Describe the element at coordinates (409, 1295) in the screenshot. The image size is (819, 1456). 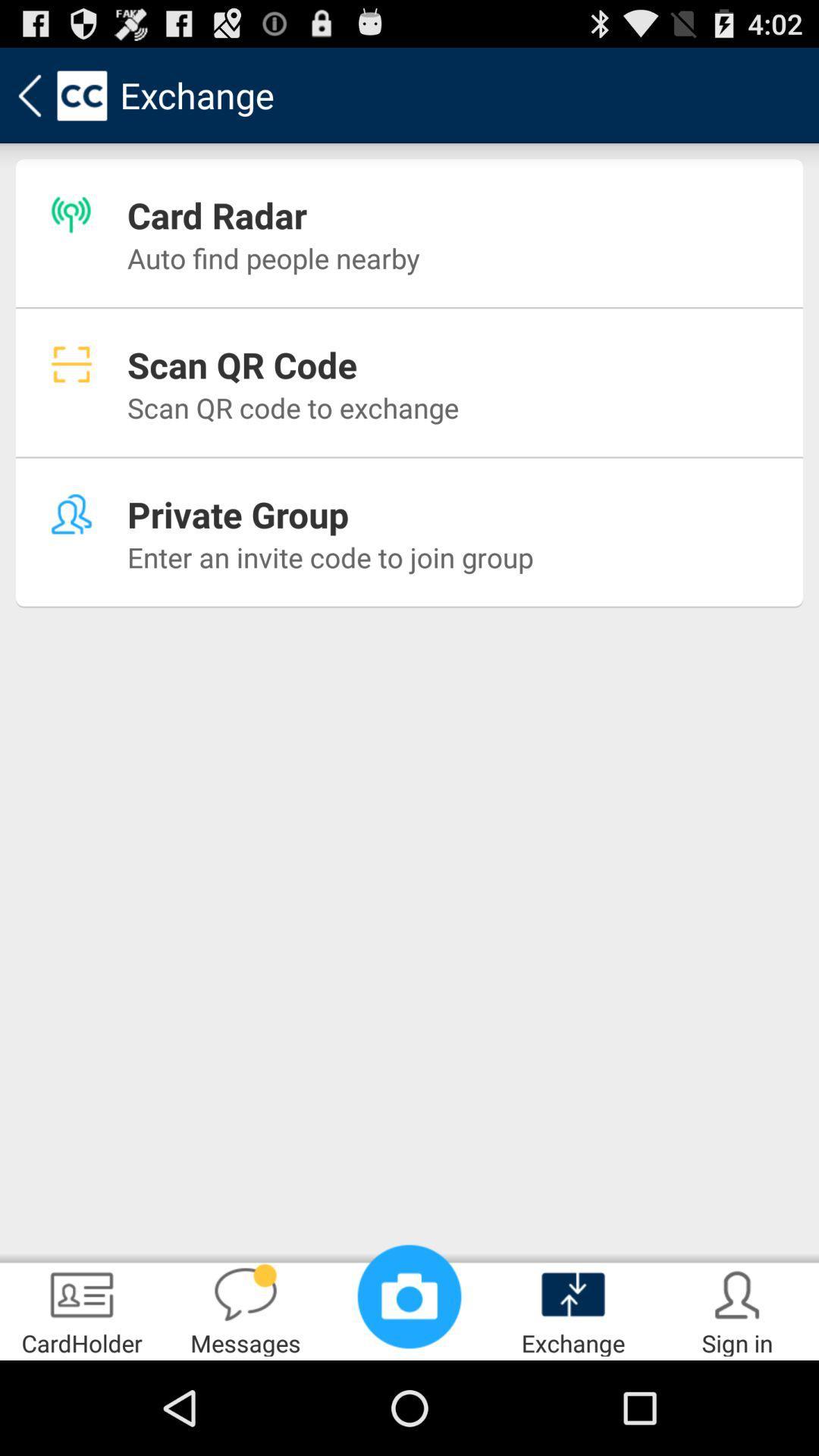
I see `icon to the left of exchange item` at that location.